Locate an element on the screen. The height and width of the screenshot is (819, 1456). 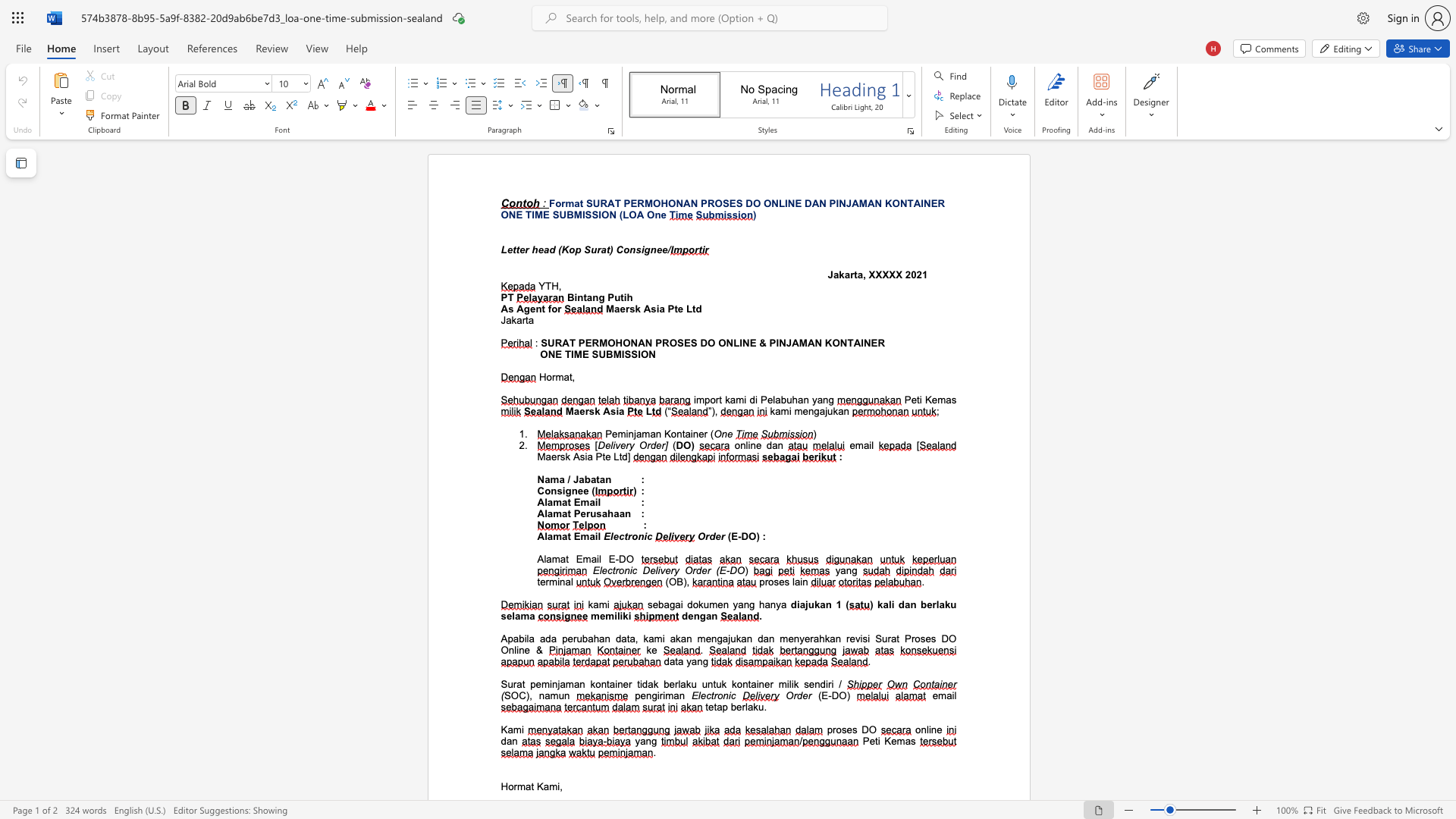
the space between the continuous character "A" and "l" in the text is located at coordinates (543, 513).